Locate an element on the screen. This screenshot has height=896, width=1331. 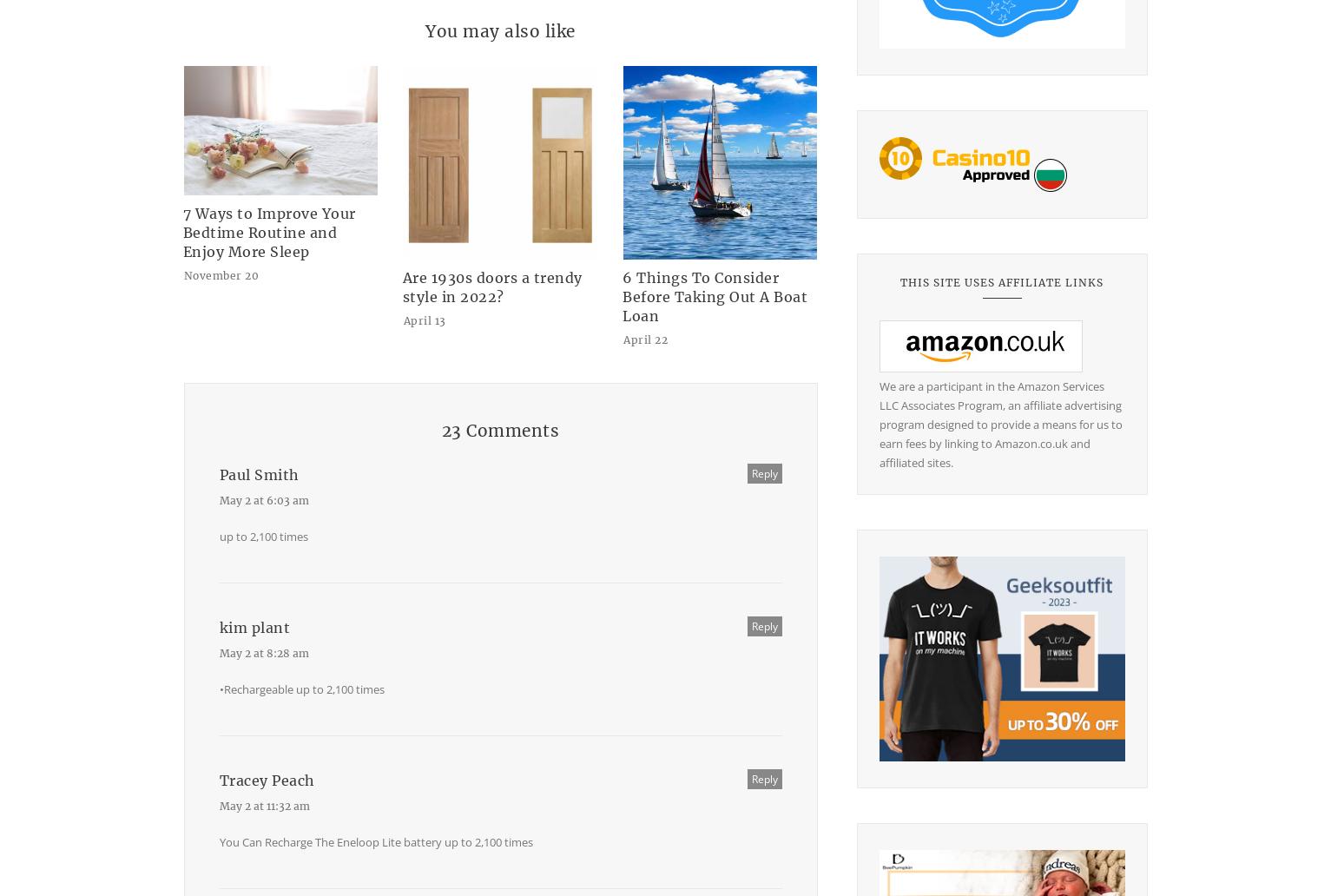
'May 2 at 11:32 am' is located at coordinates (219, 805).